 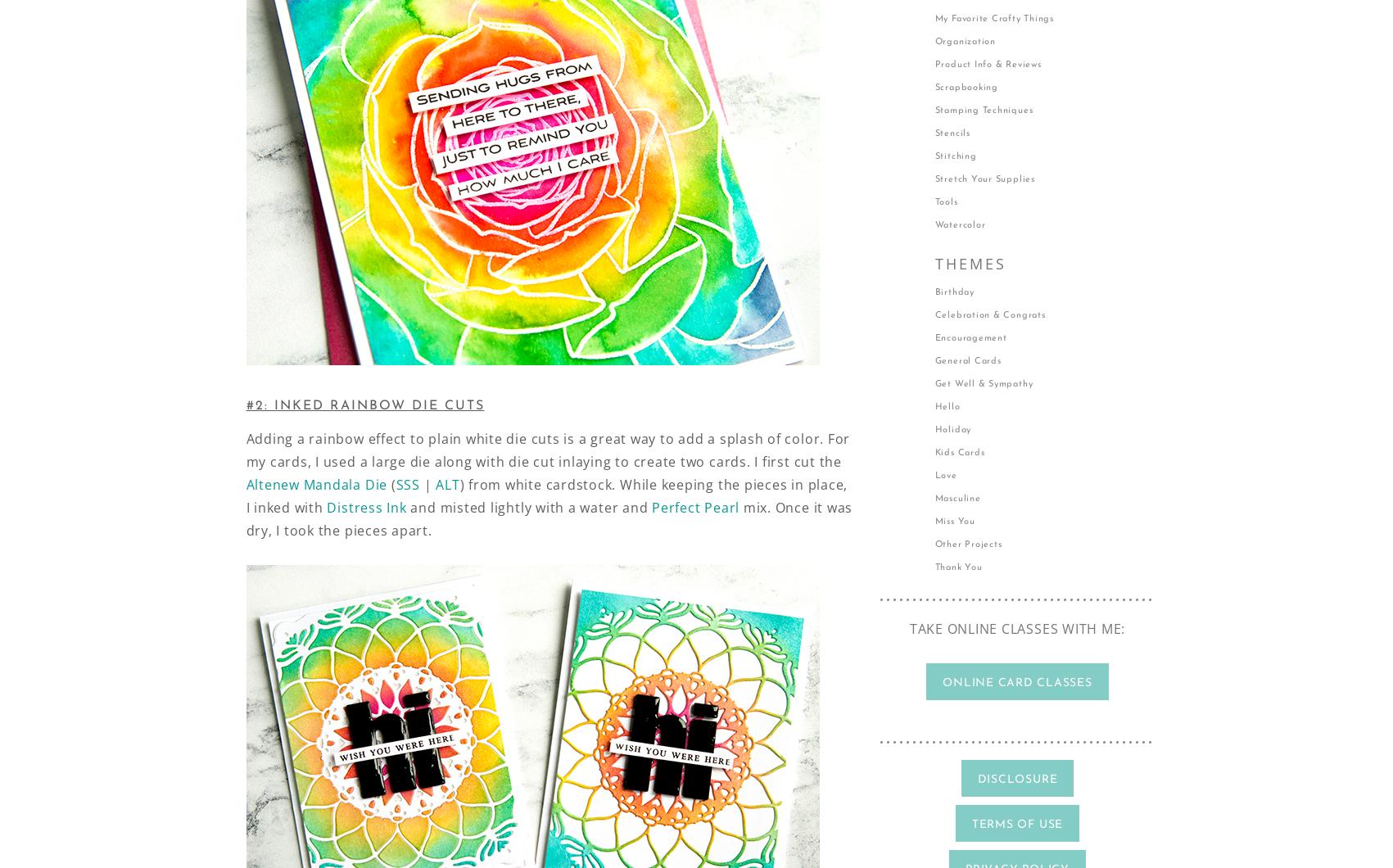 What do you see at coordinates (246, 485) in the screenshot?
I see `'Altenew Mandala Die'` at bounding box center [246, 485].